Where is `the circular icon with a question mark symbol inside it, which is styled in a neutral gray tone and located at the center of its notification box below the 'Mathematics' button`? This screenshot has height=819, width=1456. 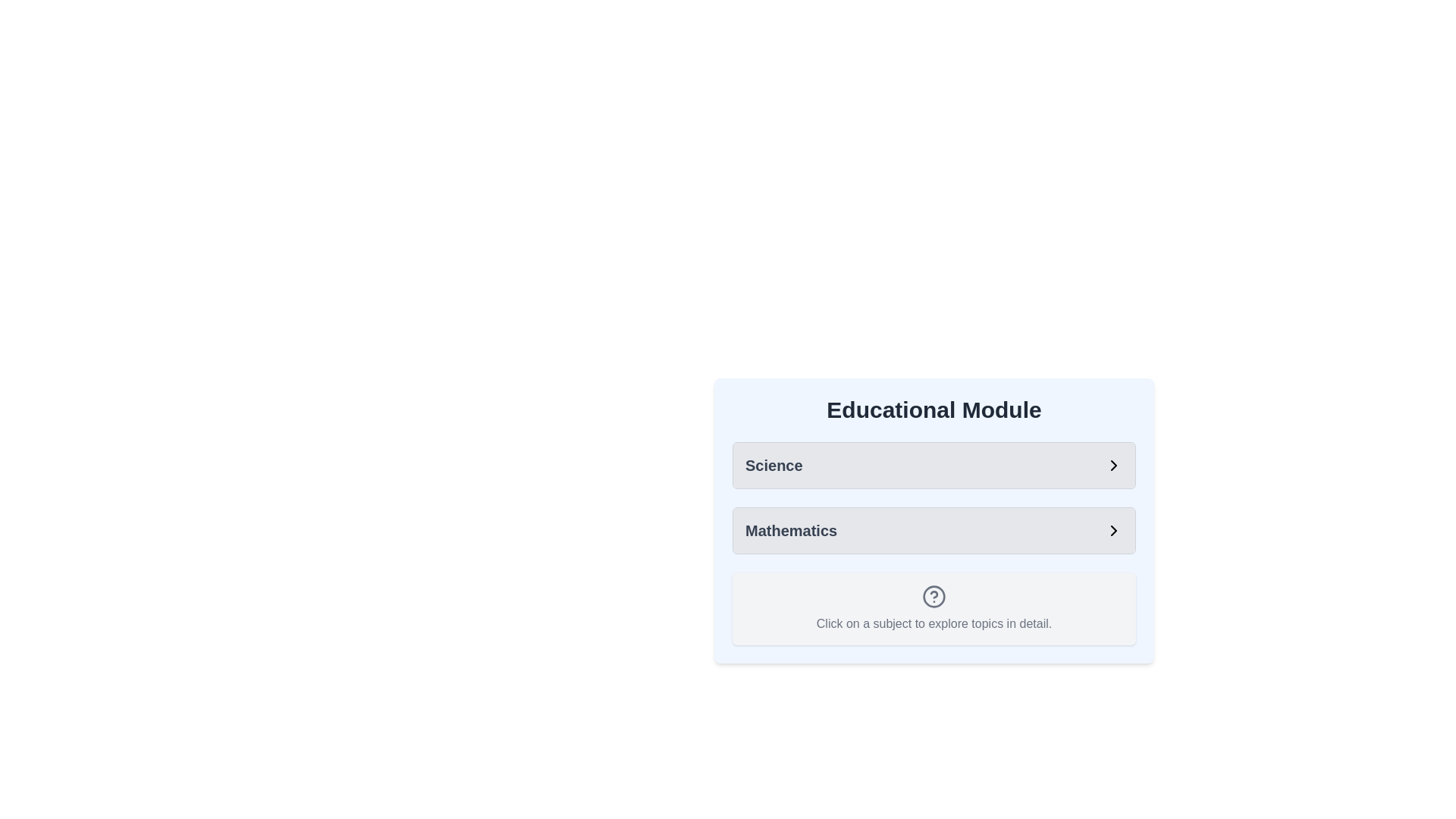
the circular icon with a question mark symbol inside it, which is styled in a neutral gray tone and located at the center of its notification box below the 'Mathematics' button is located at coordinates (934, 595).